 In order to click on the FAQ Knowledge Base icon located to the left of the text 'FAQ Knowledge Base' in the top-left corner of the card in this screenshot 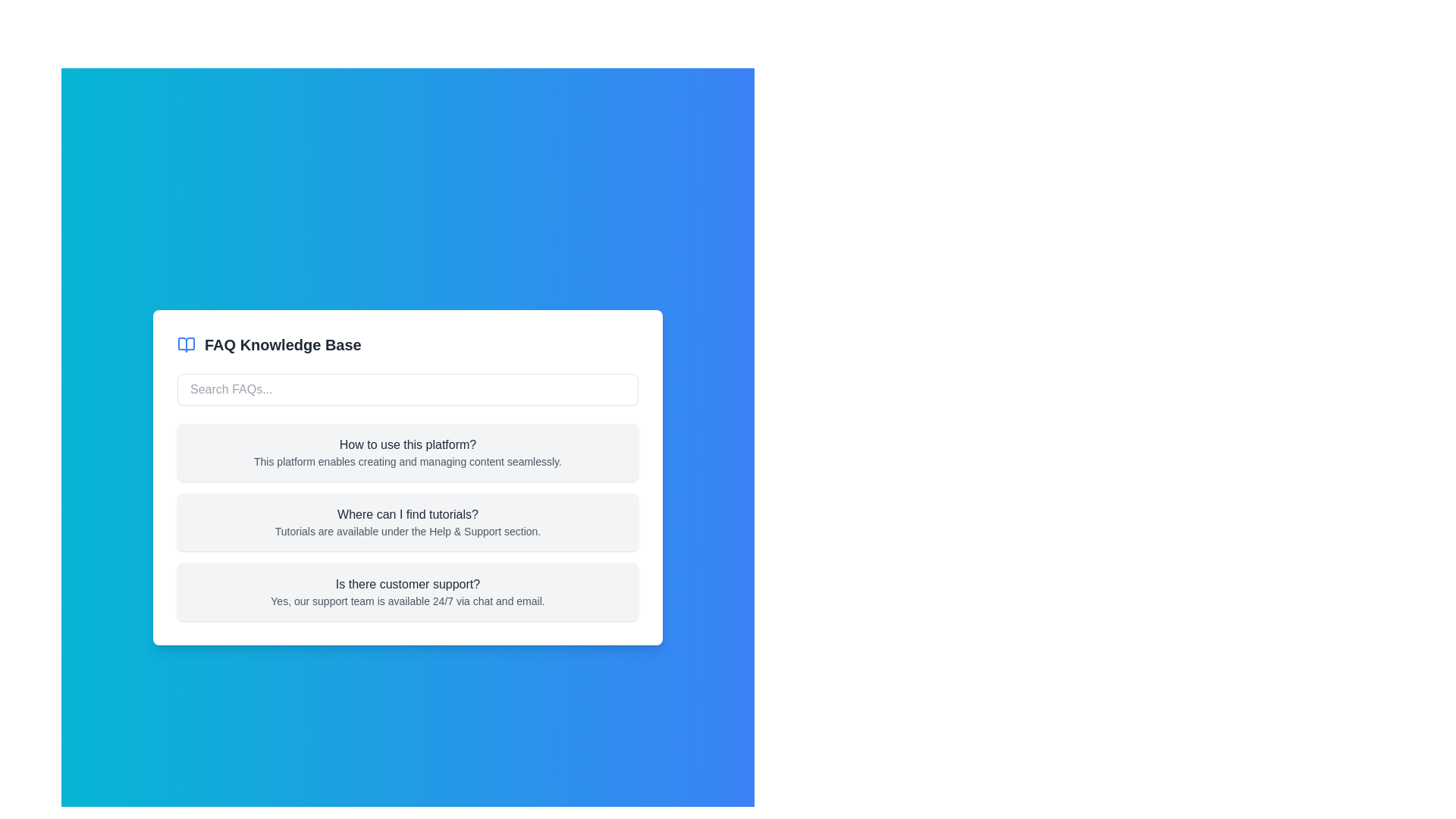, I will do `click(185, 345)`.